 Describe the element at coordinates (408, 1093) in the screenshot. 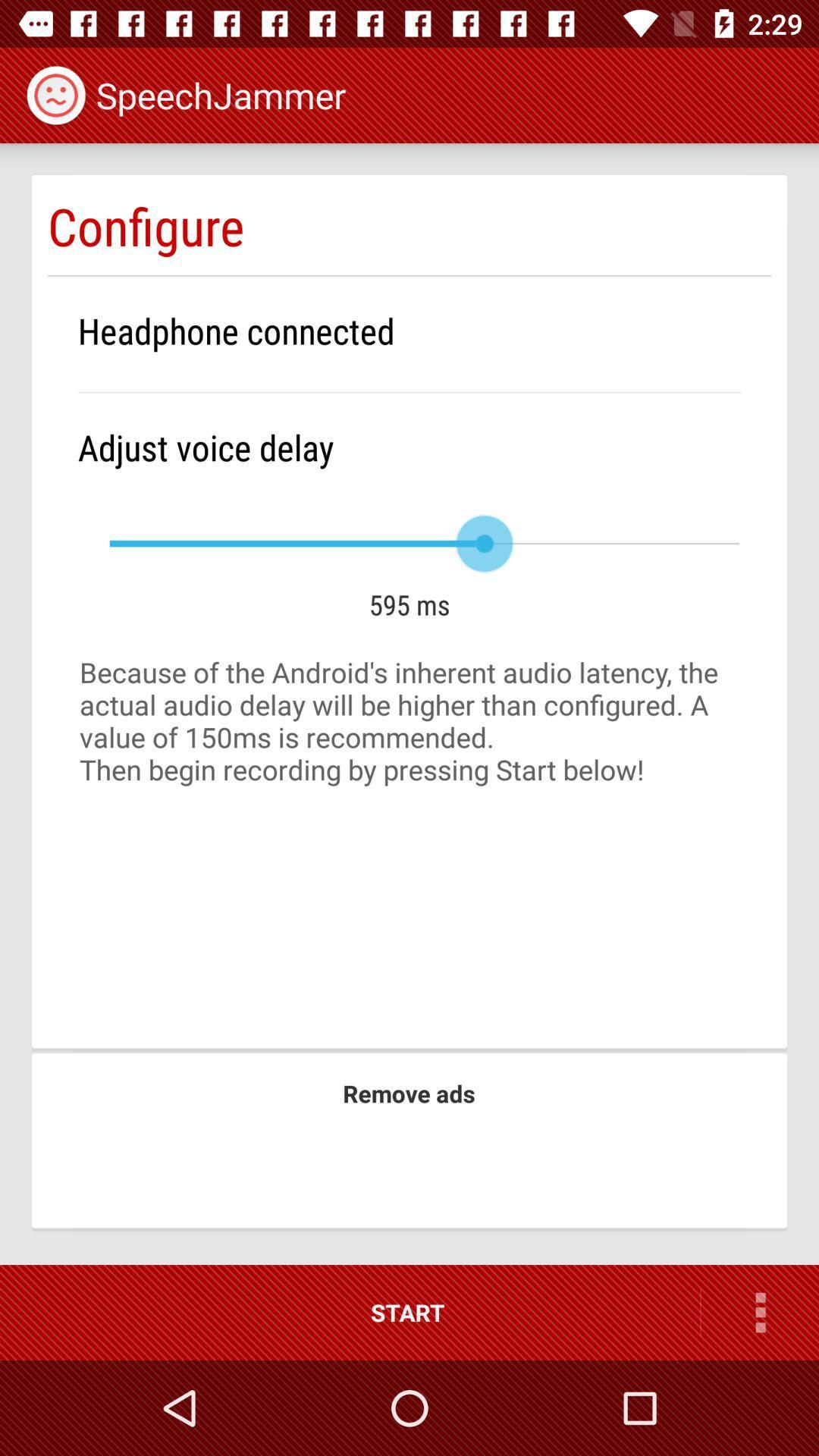

I see `the remove ads app` at that location.